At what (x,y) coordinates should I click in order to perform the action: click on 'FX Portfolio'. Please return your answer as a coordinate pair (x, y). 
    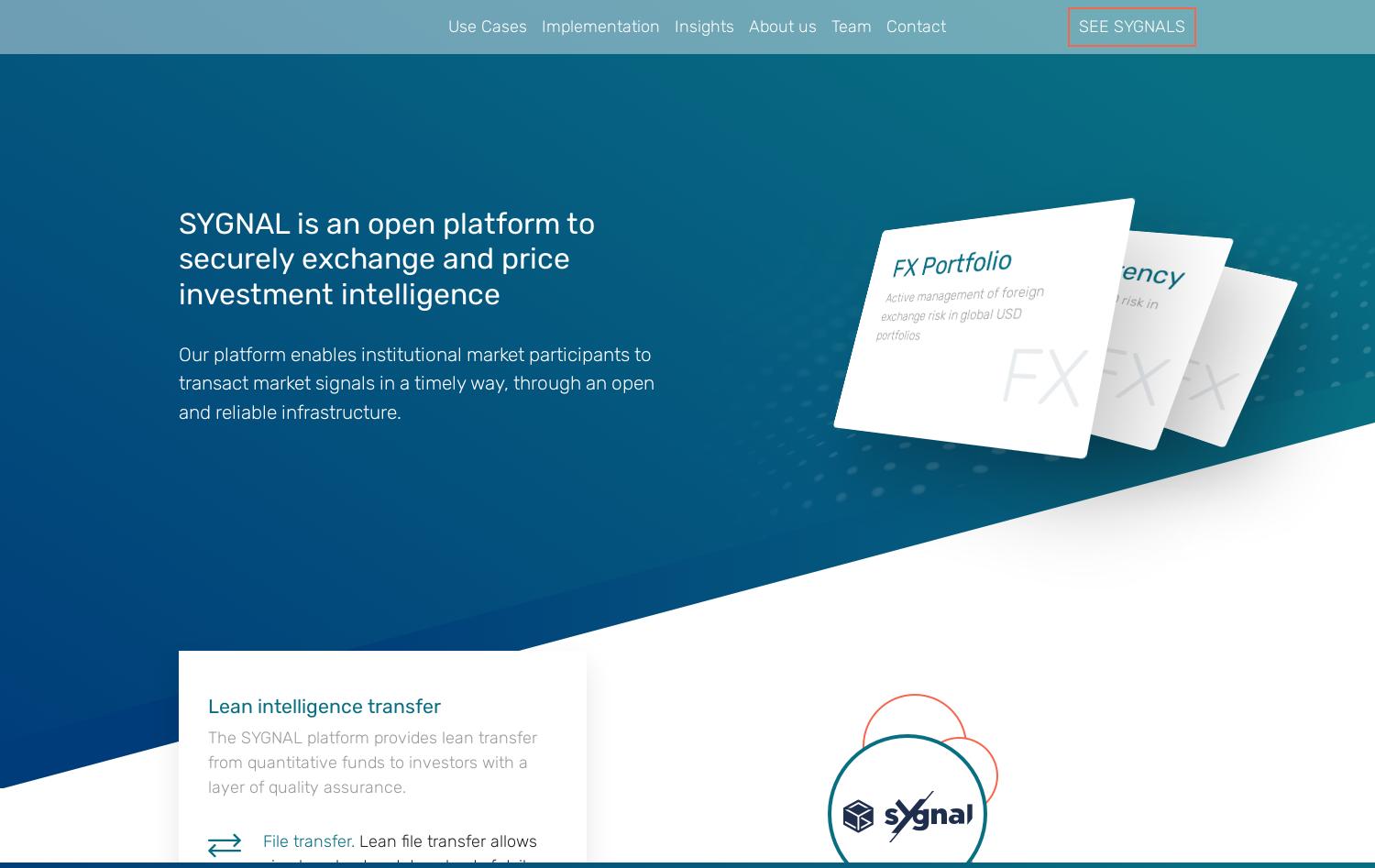
    Looking at the image, I should click on (888, 262).